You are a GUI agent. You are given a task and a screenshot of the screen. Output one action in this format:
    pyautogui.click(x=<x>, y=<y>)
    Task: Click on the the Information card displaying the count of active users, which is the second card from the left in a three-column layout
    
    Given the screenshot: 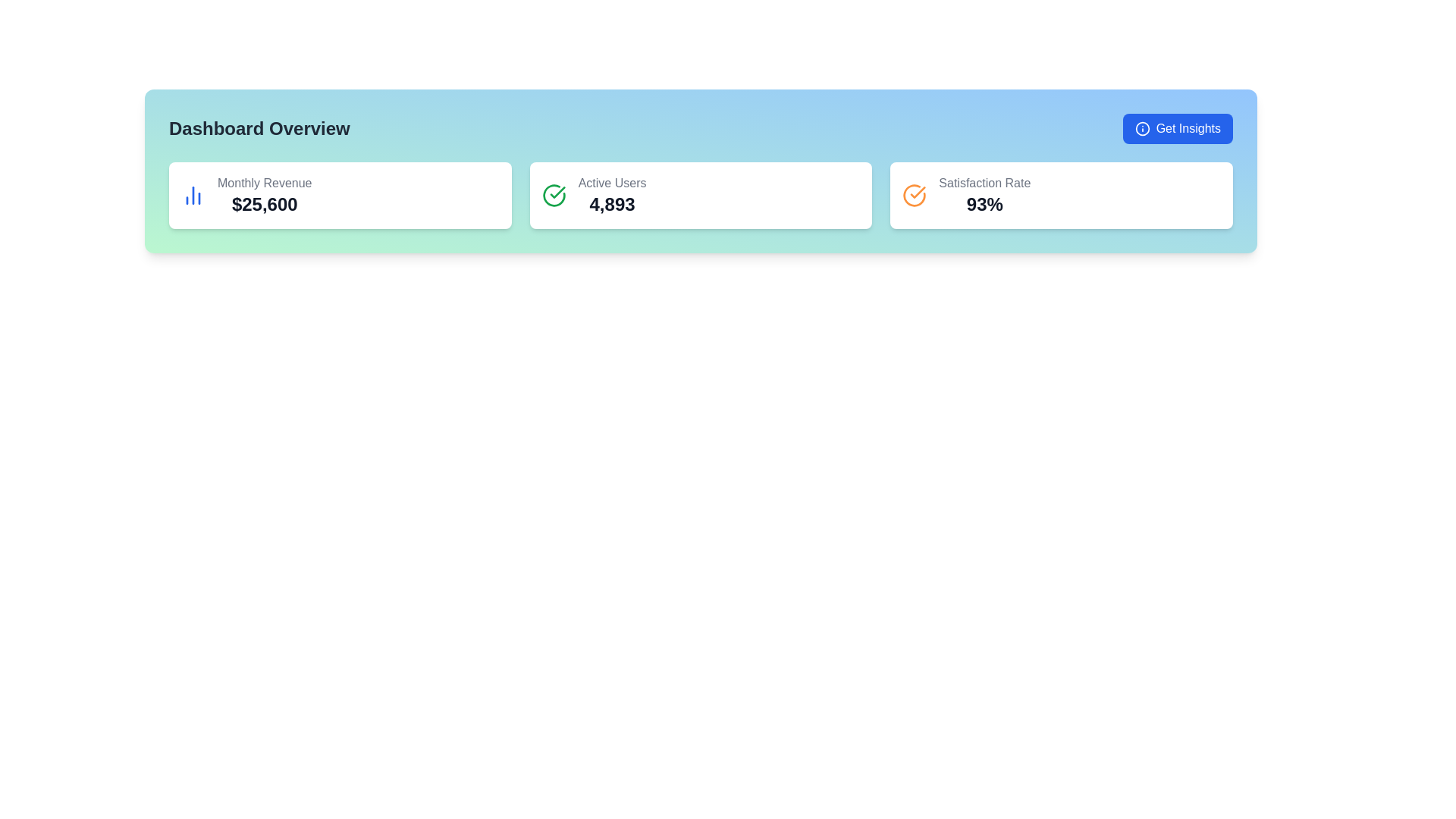 What is the action you would take?
    pyautogui.click(x=700, y=195)
    